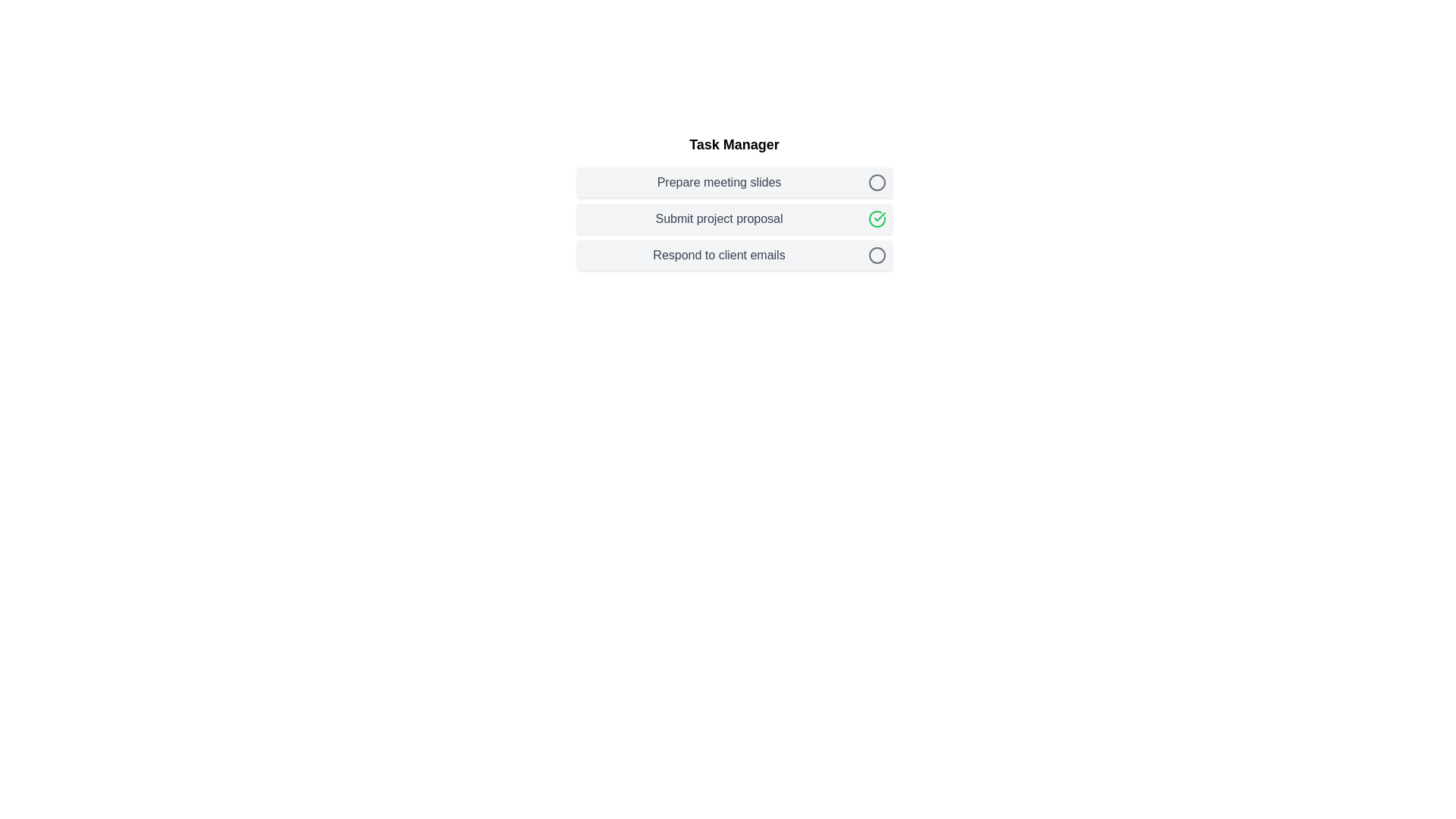  I want to click on the circular icon button outlined in gray at the end of the task item labeled 'Respond to client emails', so click(877, 254).